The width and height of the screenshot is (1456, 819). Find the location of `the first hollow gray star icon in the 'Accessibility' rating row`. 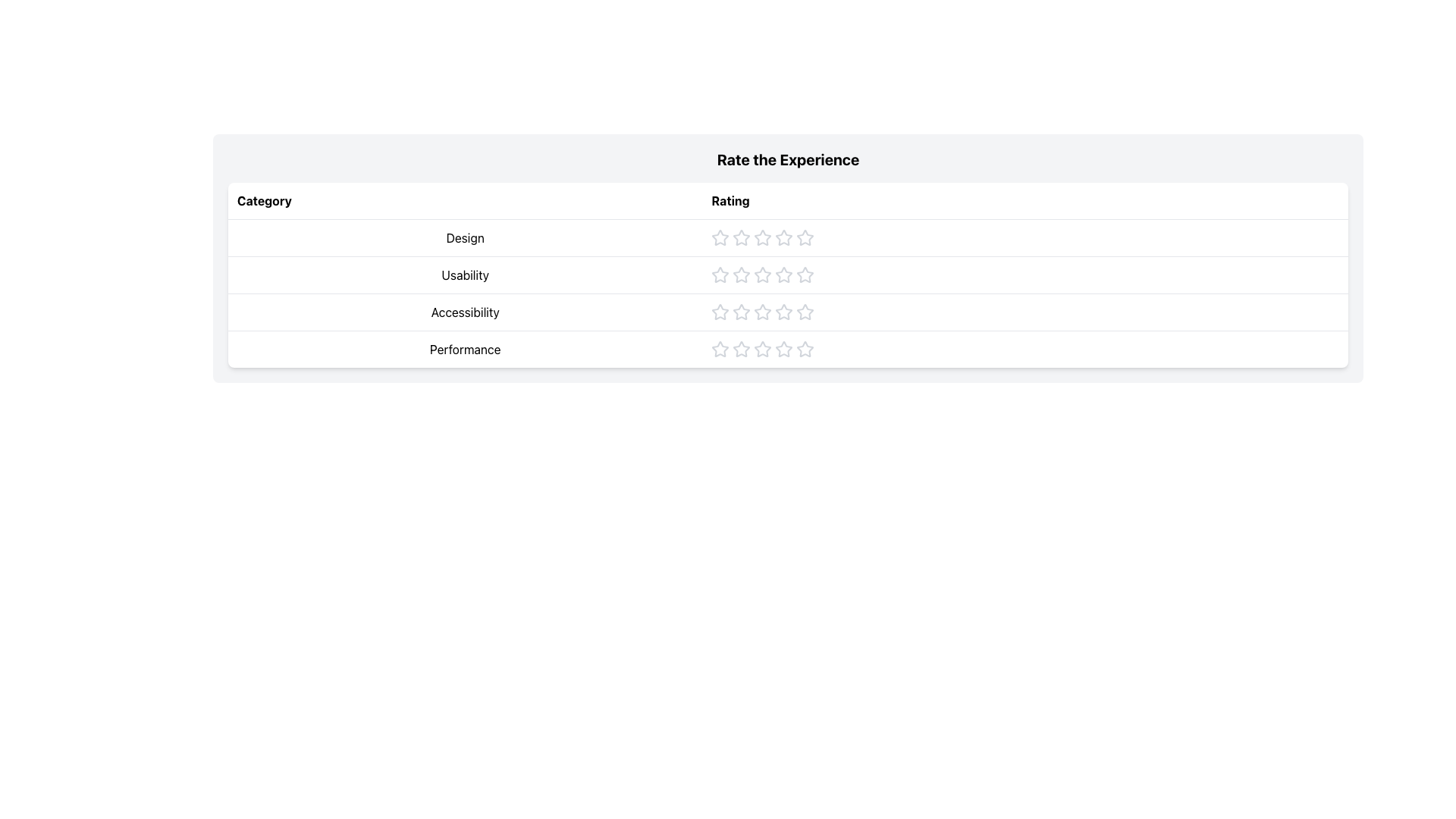

the first hollow gray star icon in the 'Accessibility' rating row is located at coordinates (720, 311).